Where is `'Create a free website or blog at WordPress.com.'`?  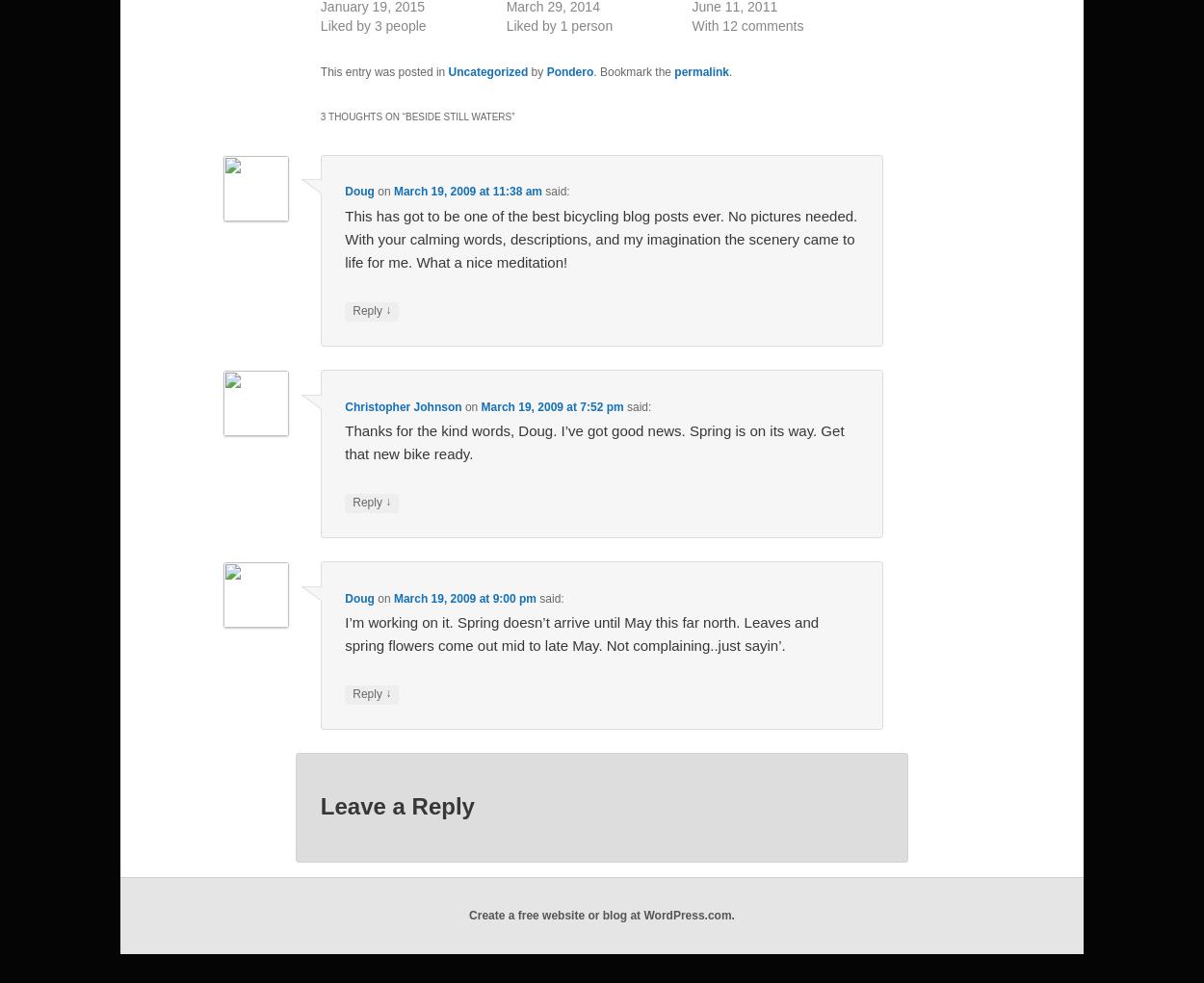
'Create a free website or blog at WordPress.com.' is located at coordinates (600, 914).